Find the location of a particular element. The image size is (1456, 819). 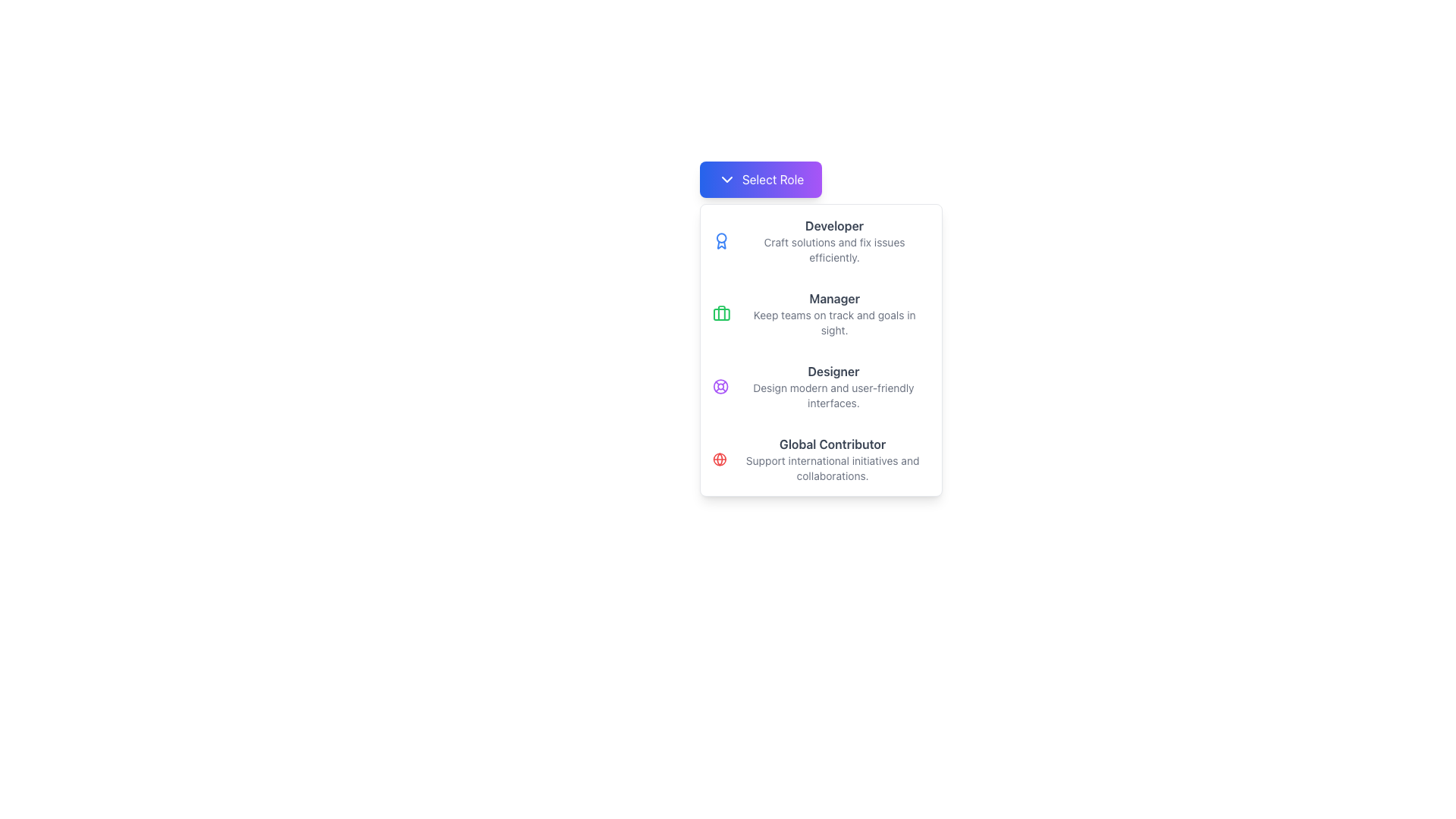

the second selectable list item labeled 'Manager' in the dropdown menu is located at coordinates (820, 312).